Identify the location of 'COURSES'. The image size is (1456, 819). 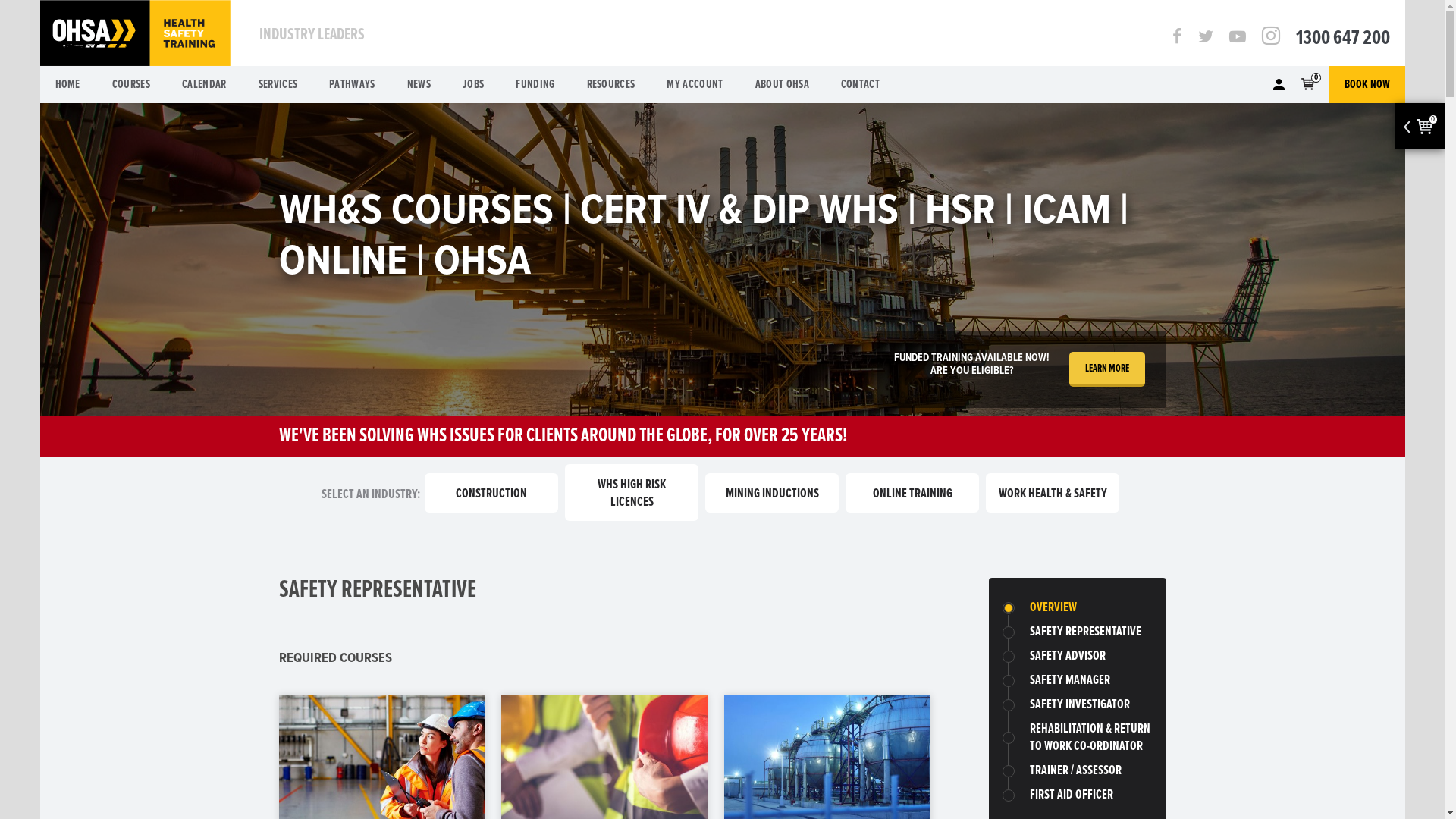
(111, 84).